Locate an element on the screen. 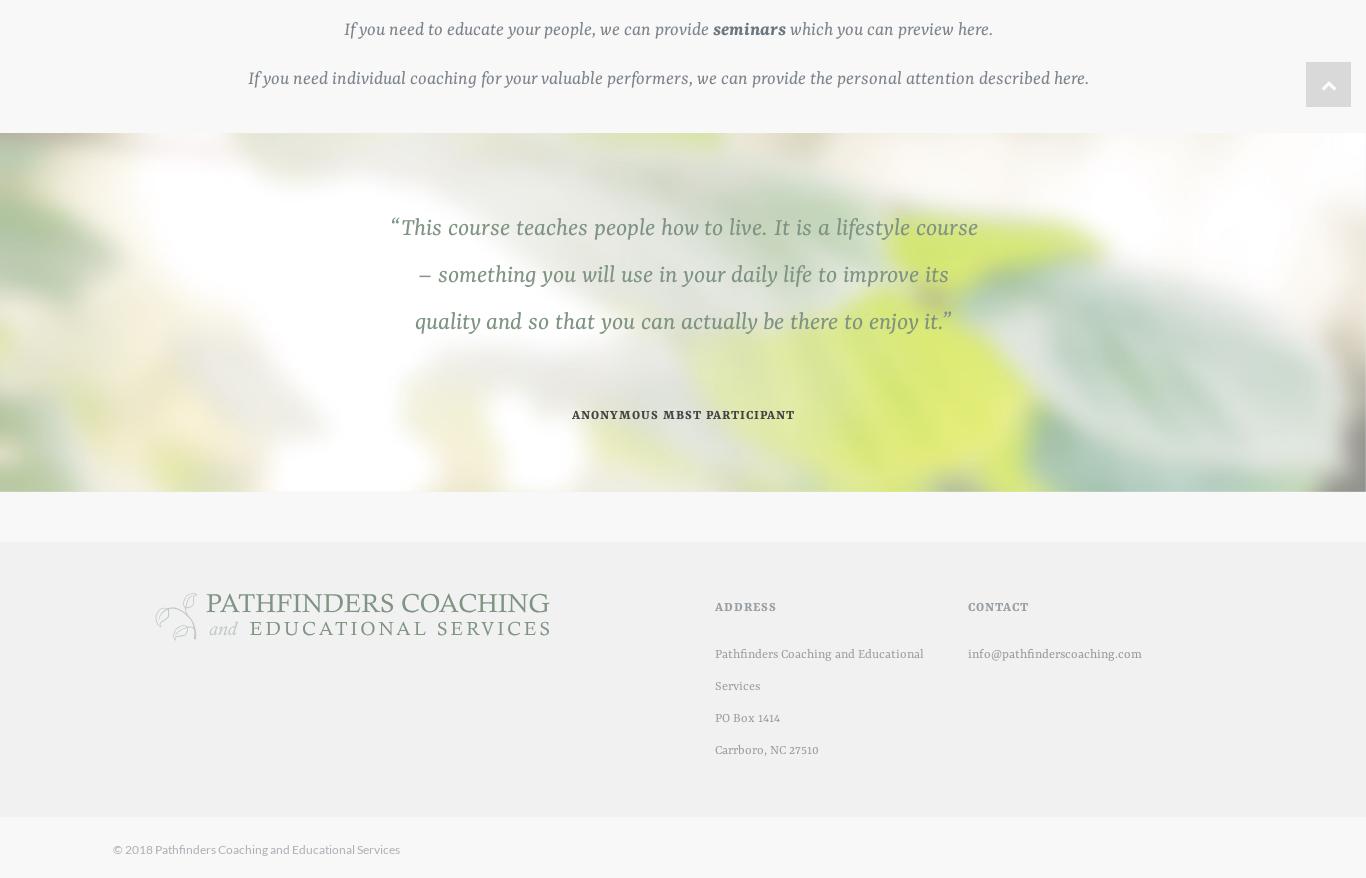 The height and width of the screenshot is (878, 1366). 'info@pathfinderscoaching.com' is located at coordinates (1053, 653).